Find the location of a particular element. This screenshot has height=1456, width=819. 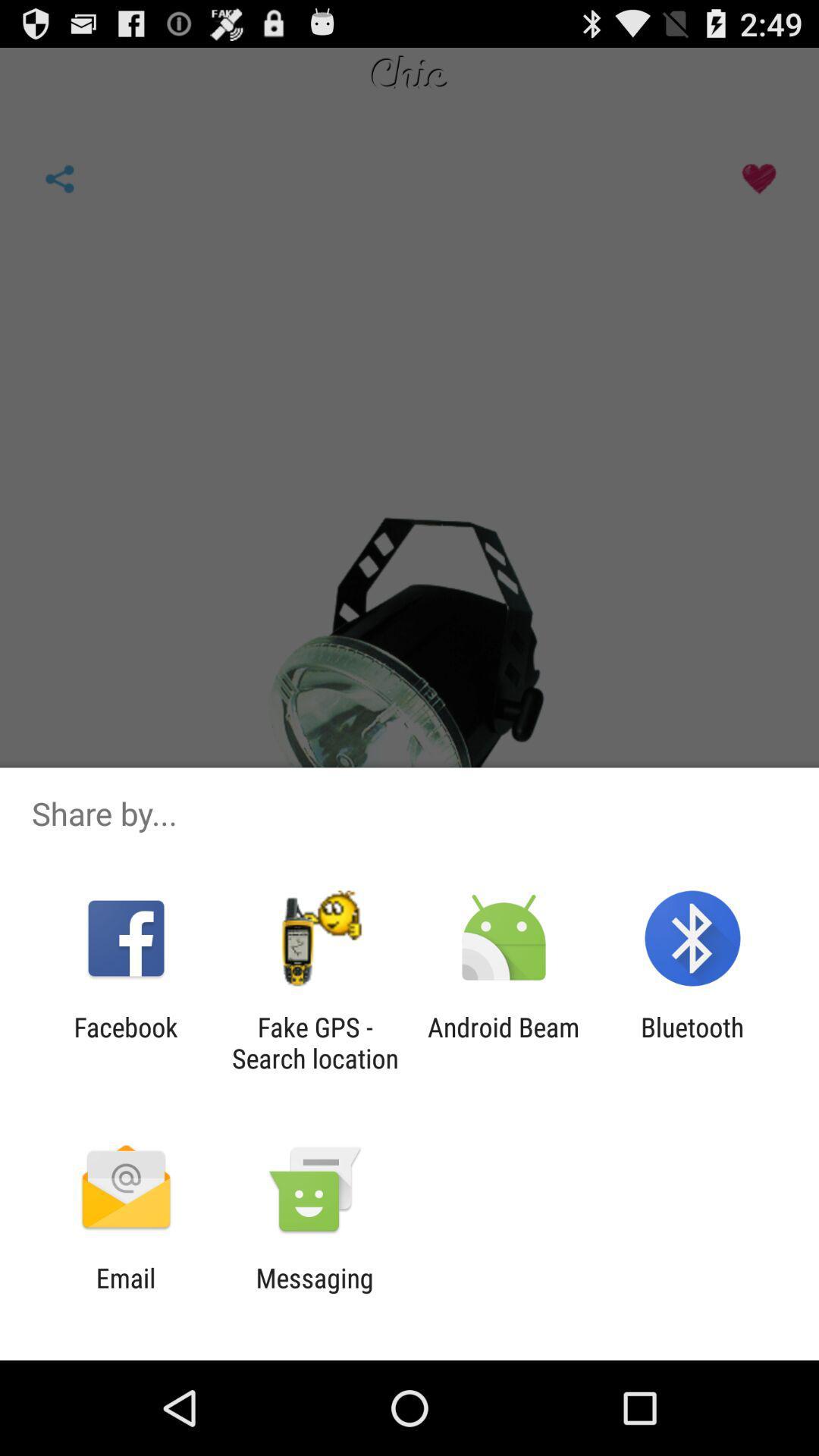

the fake gps search icon is located at coordinates (314, 1042).